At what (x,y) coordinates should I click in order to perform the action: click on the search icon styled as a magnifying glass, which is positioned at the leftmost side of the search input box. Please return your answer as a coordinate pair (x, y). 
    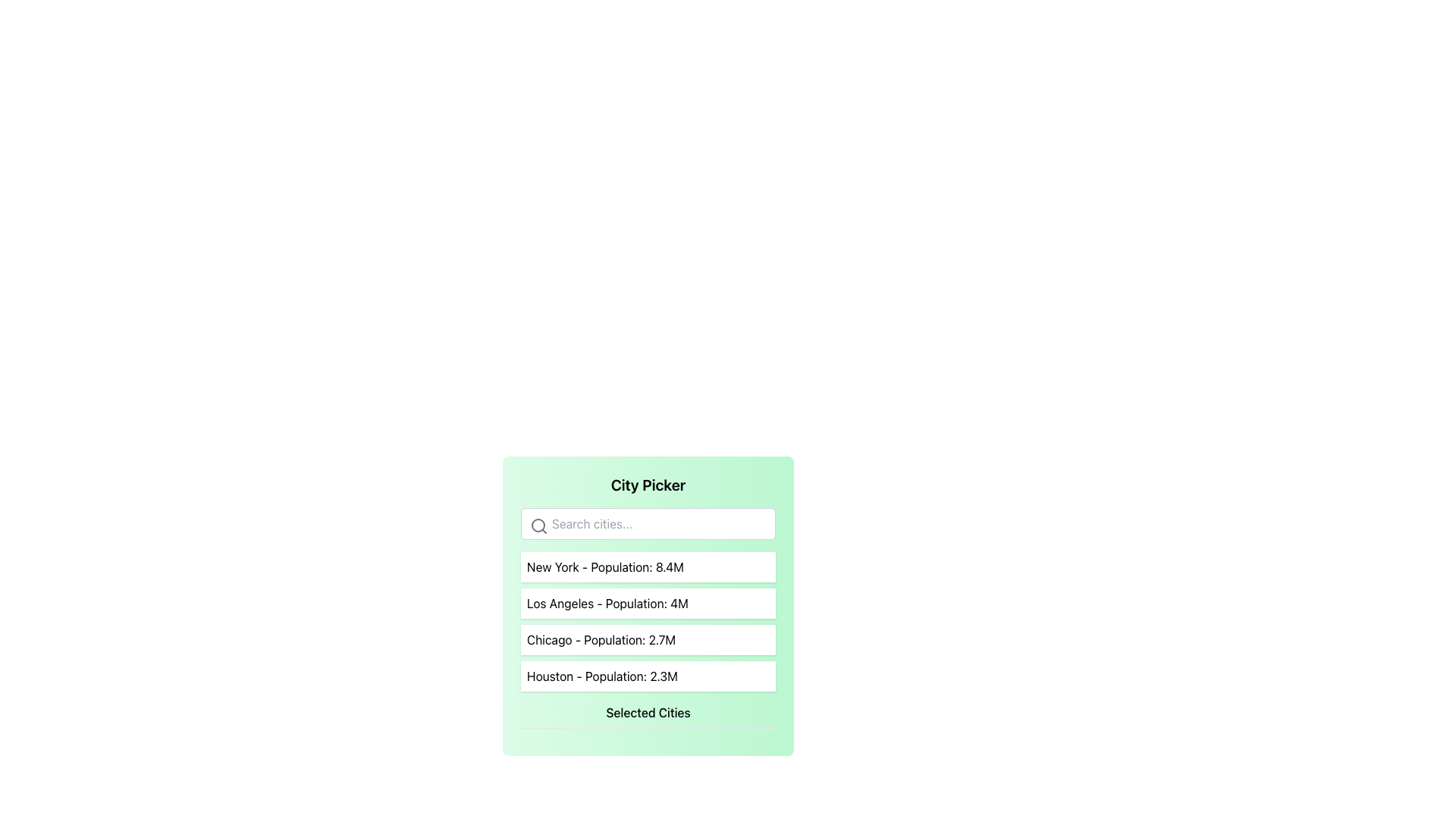
    Looking at the image, I should click on (538, 526).